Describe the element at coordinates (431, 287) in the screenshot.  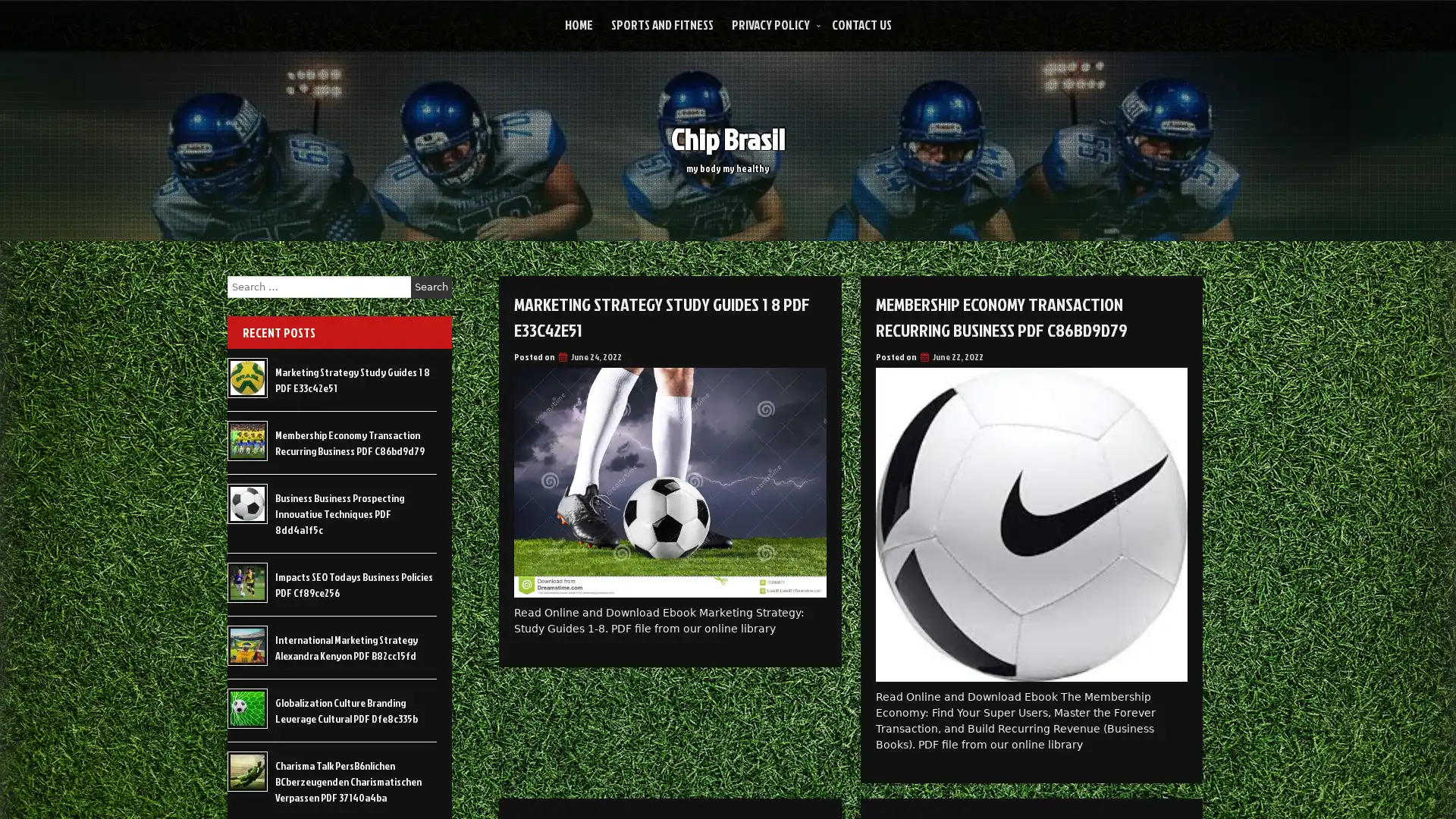
I see `Search` at that location.